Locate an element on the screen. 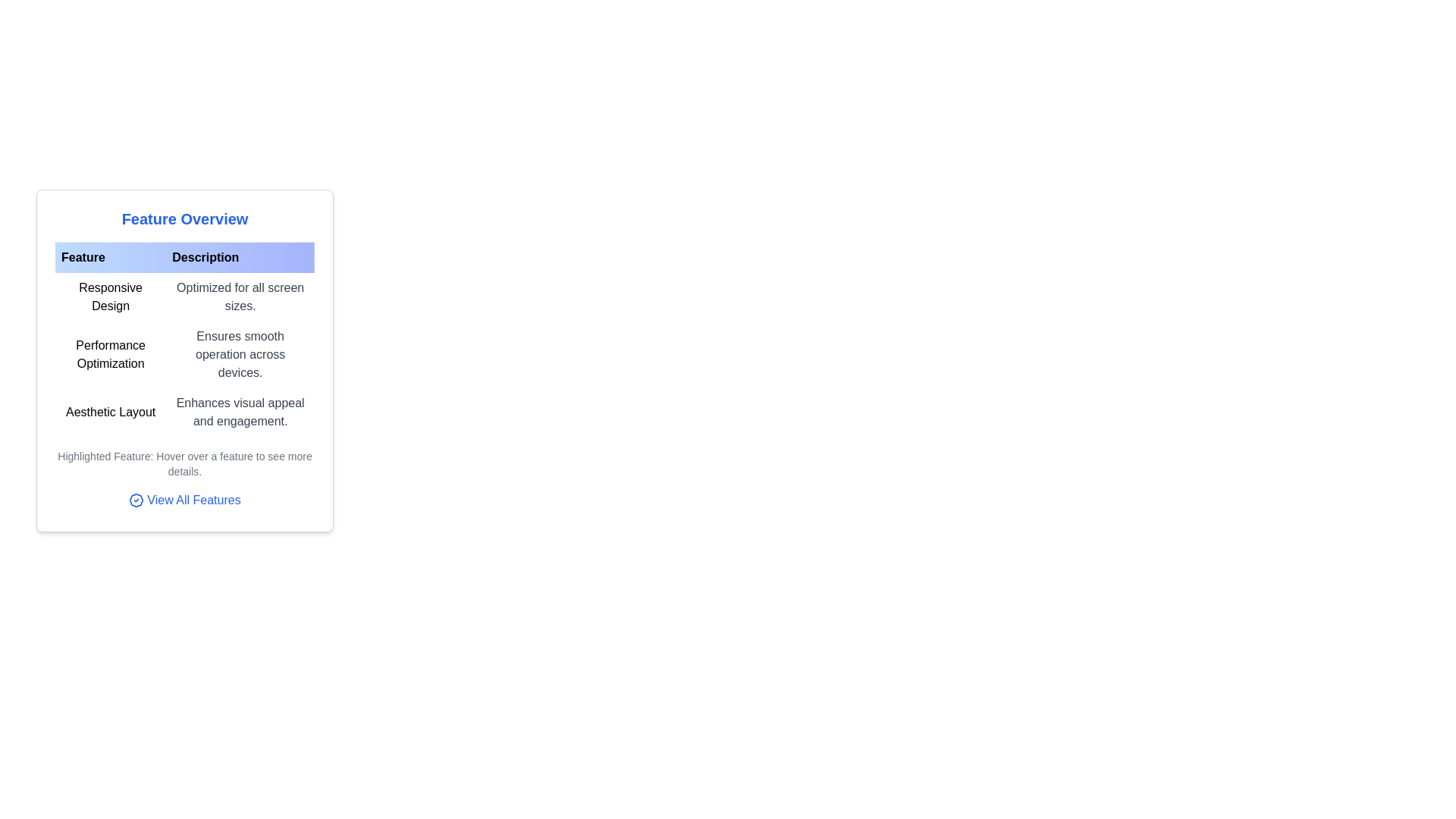 The image size is (1456, 819). the 'View All Features' text link with icon, which is styled with blue text and an underline, located at the bottom of a content card is located at coordinates (184, 502).